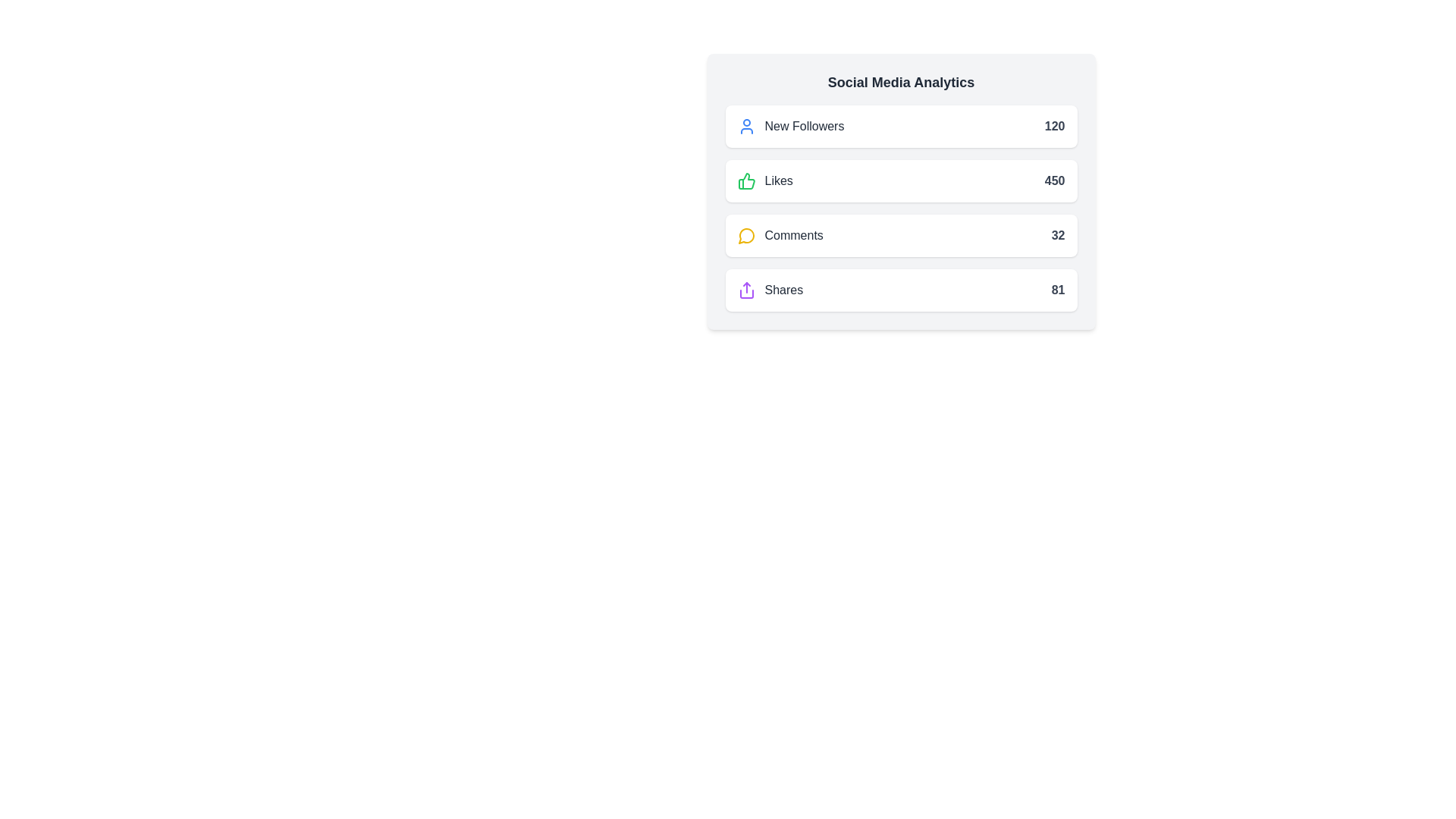 This screenshot has width=1456, height=819. I want to click on the text label 'New Followers' located in the first row of the vertical list in the 'Social Media Analytics' card, positioned to the right of the user profile icon, so click(803, 125).